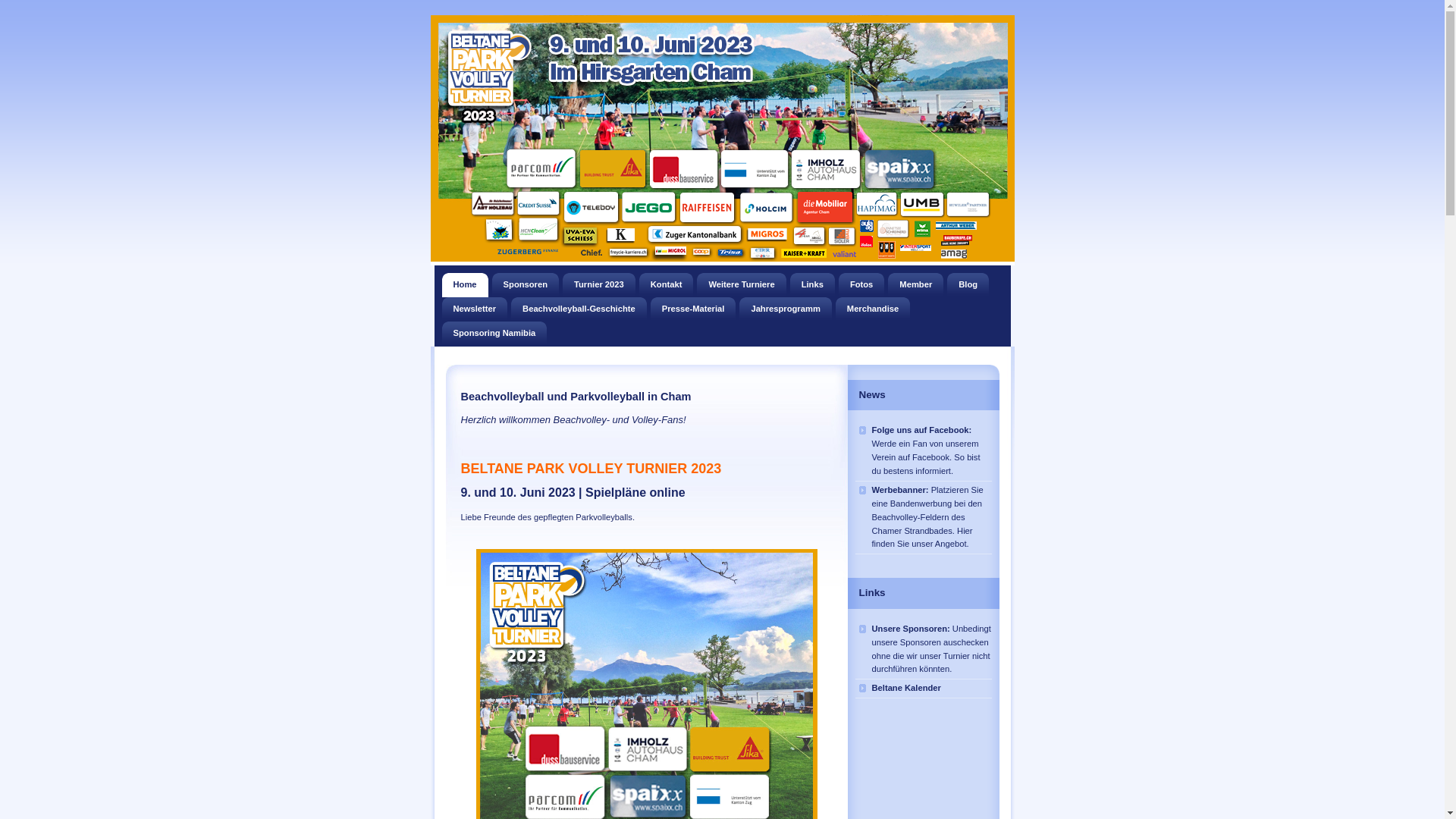 This screenshot has height=819, width=1456. What do you see at coordinates (473, 309) in the screenshot?
I see `'Newsletter` at bounding box center [473, 309].